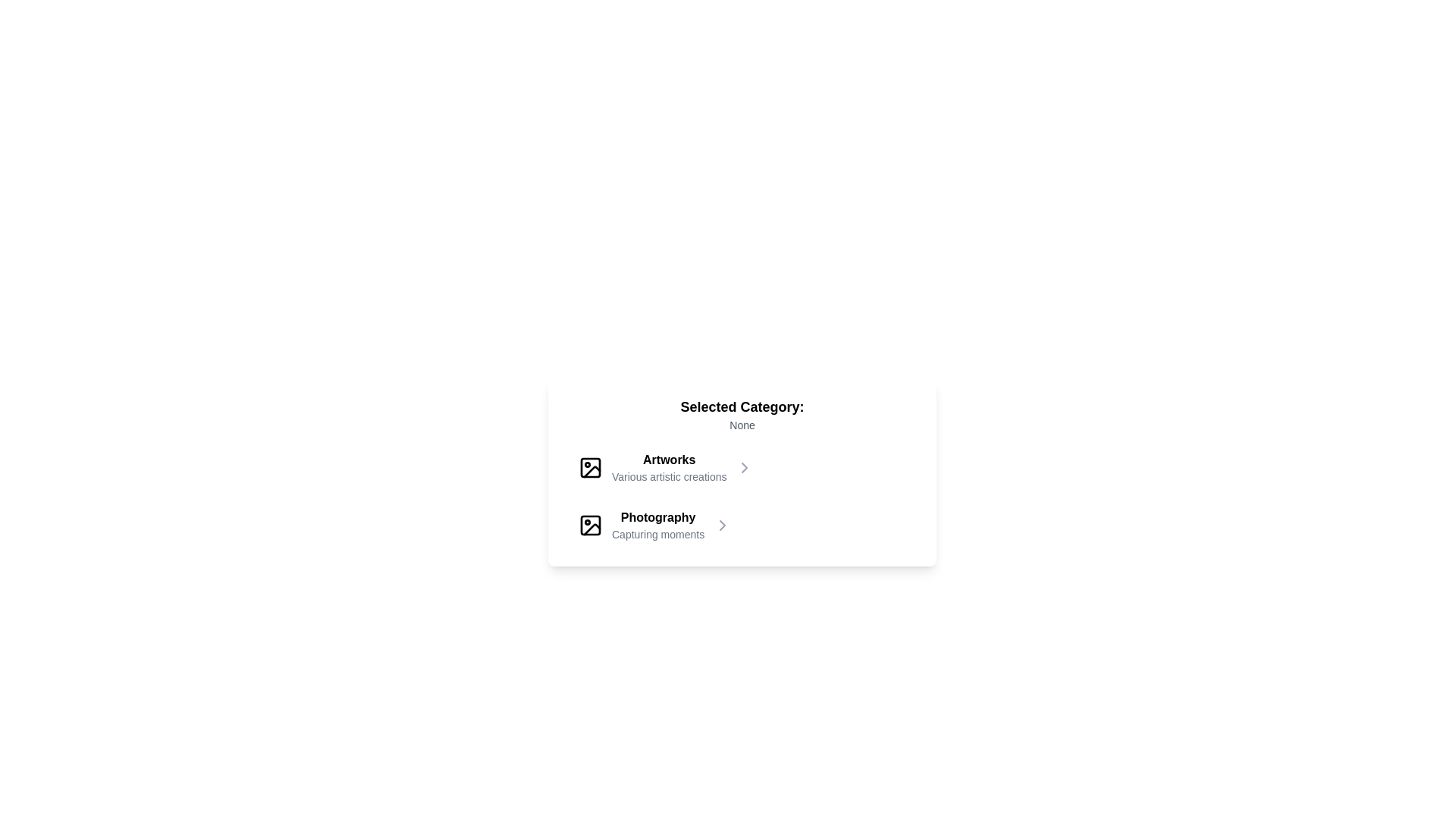 The image size is (1456, 819). I want to click on displayed text from the rectangular block with a white background that has the header 'Selected Category:' and shows 'None' below it, as well as the options 'Artworks' and 'Photography', so click(742, 472).